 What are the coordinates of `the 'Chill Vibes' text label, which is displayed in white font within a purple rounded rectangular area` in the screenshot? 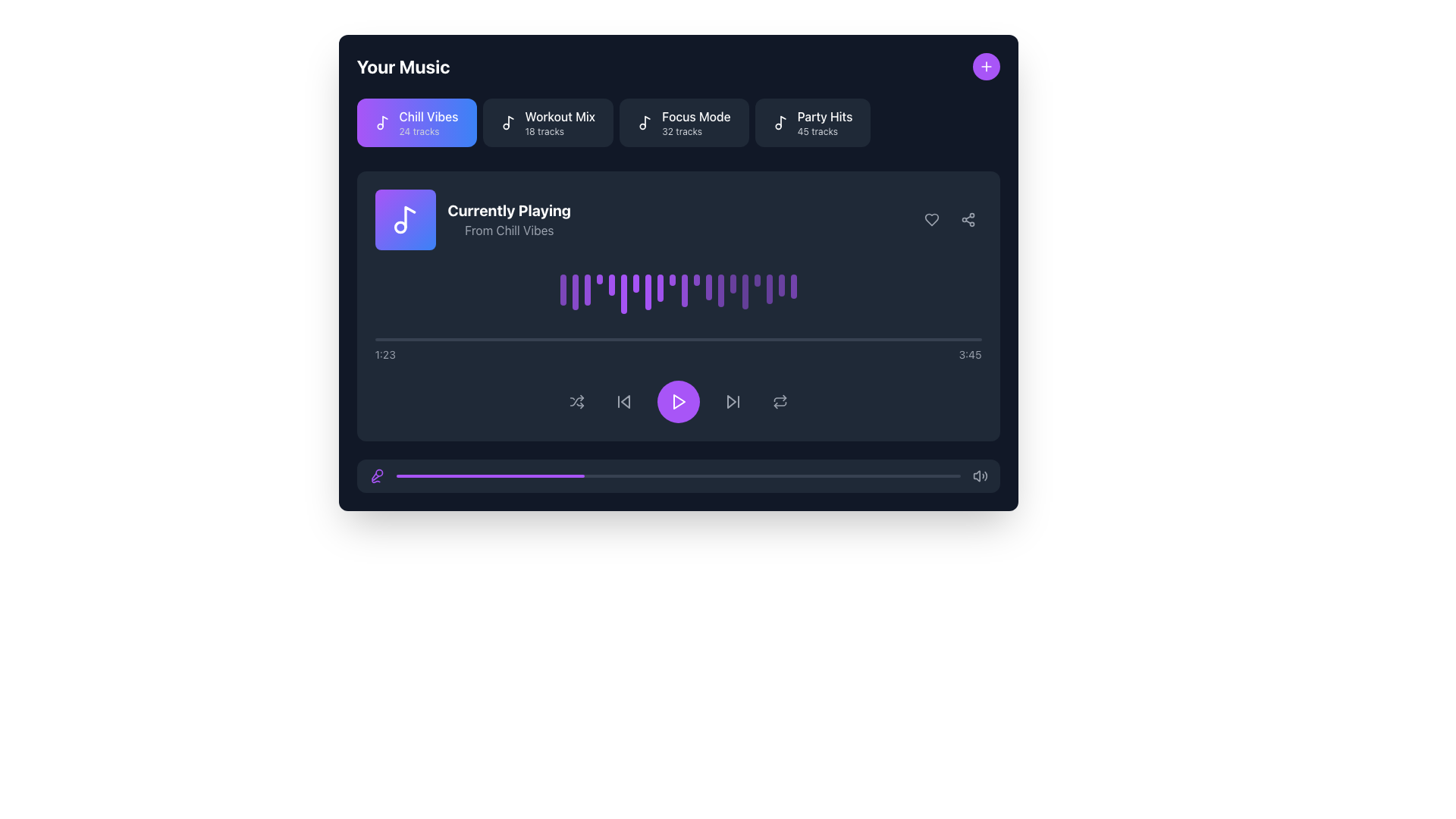 It's located at (428, 116).